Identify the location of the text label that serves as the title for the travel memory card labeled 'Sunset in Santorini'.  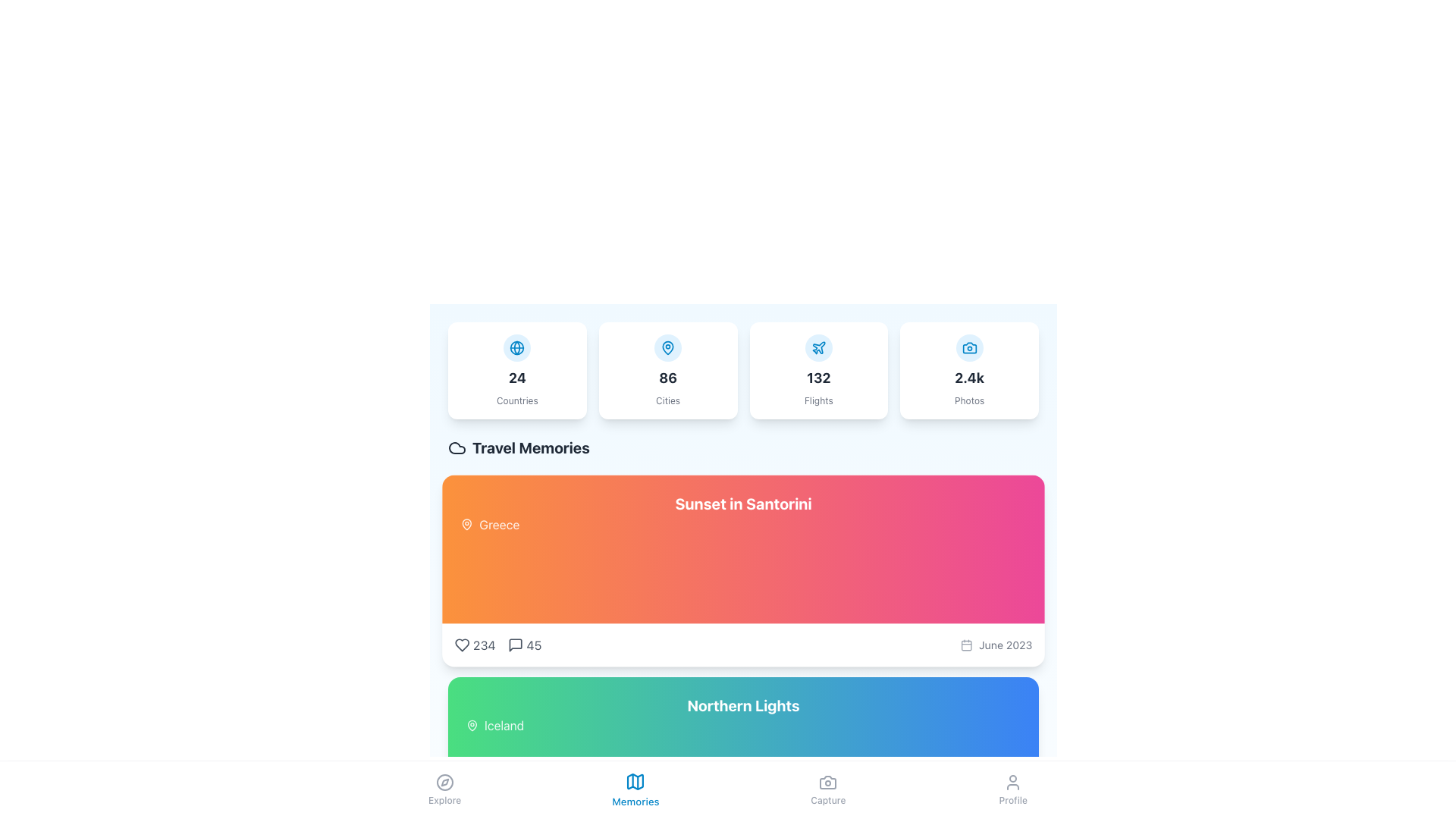
(743, 504).